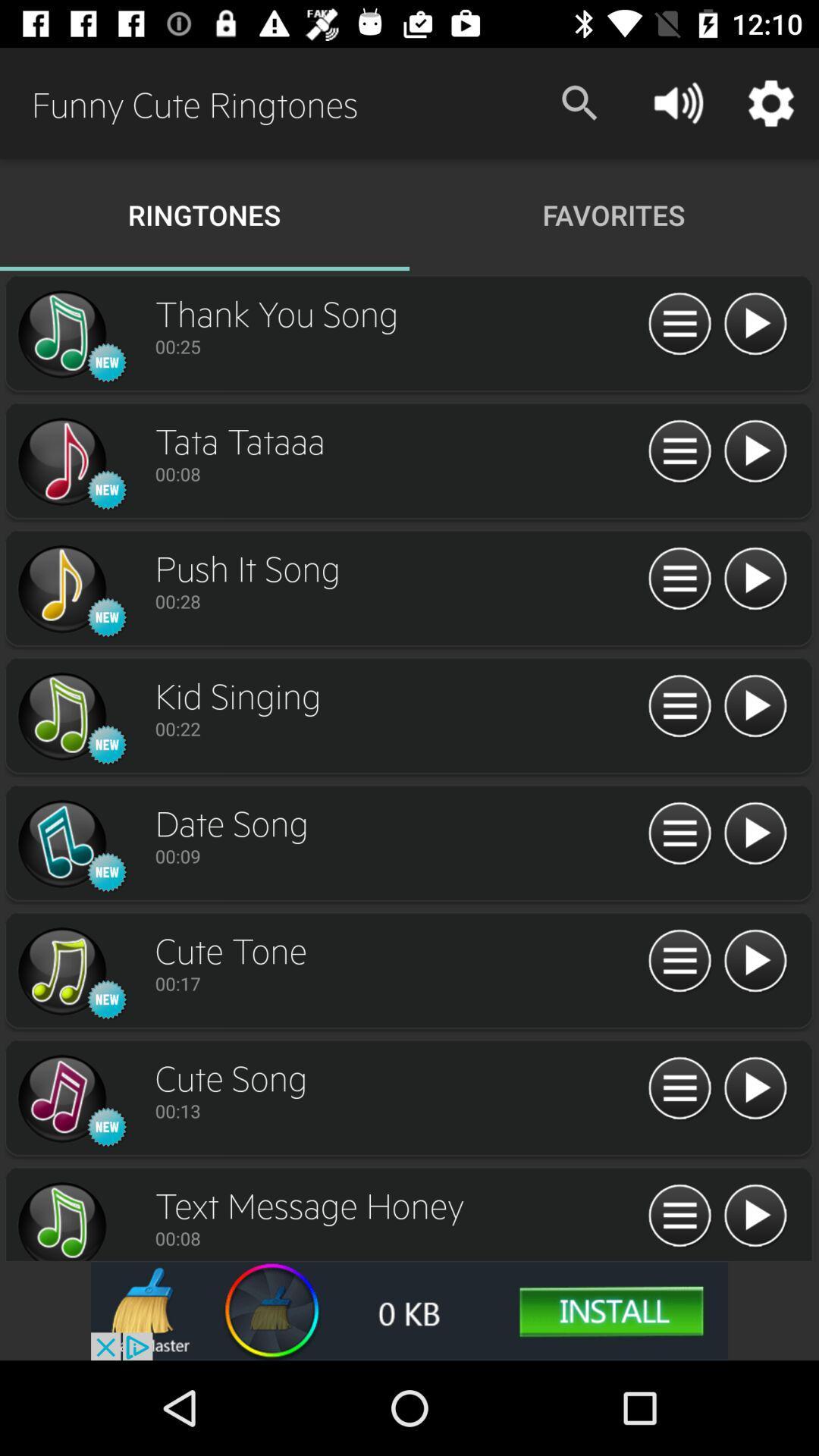 This screenshot has height=1456, width=819. What do you see at coordinates (679, 579) in the screenshot?
I see `options` at bounding box center [679, 579].